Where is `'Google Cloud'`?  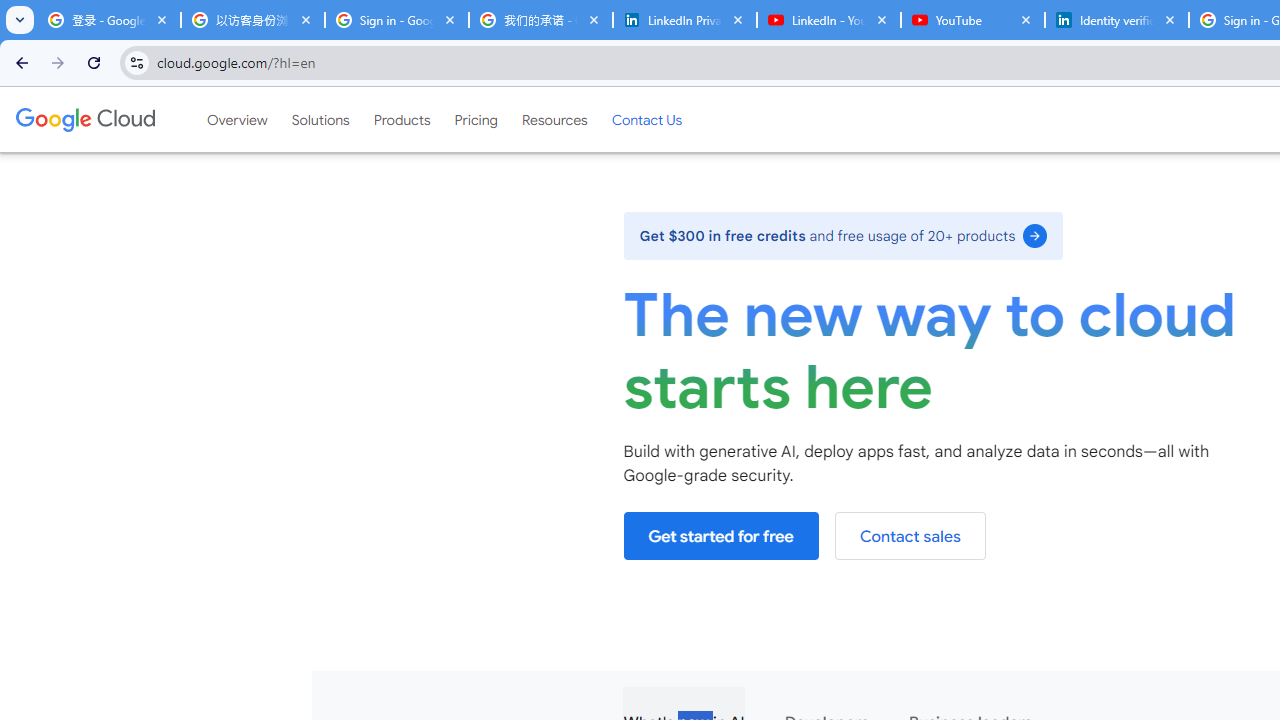 'Google Cloud' is located at coordinates (84, 119).